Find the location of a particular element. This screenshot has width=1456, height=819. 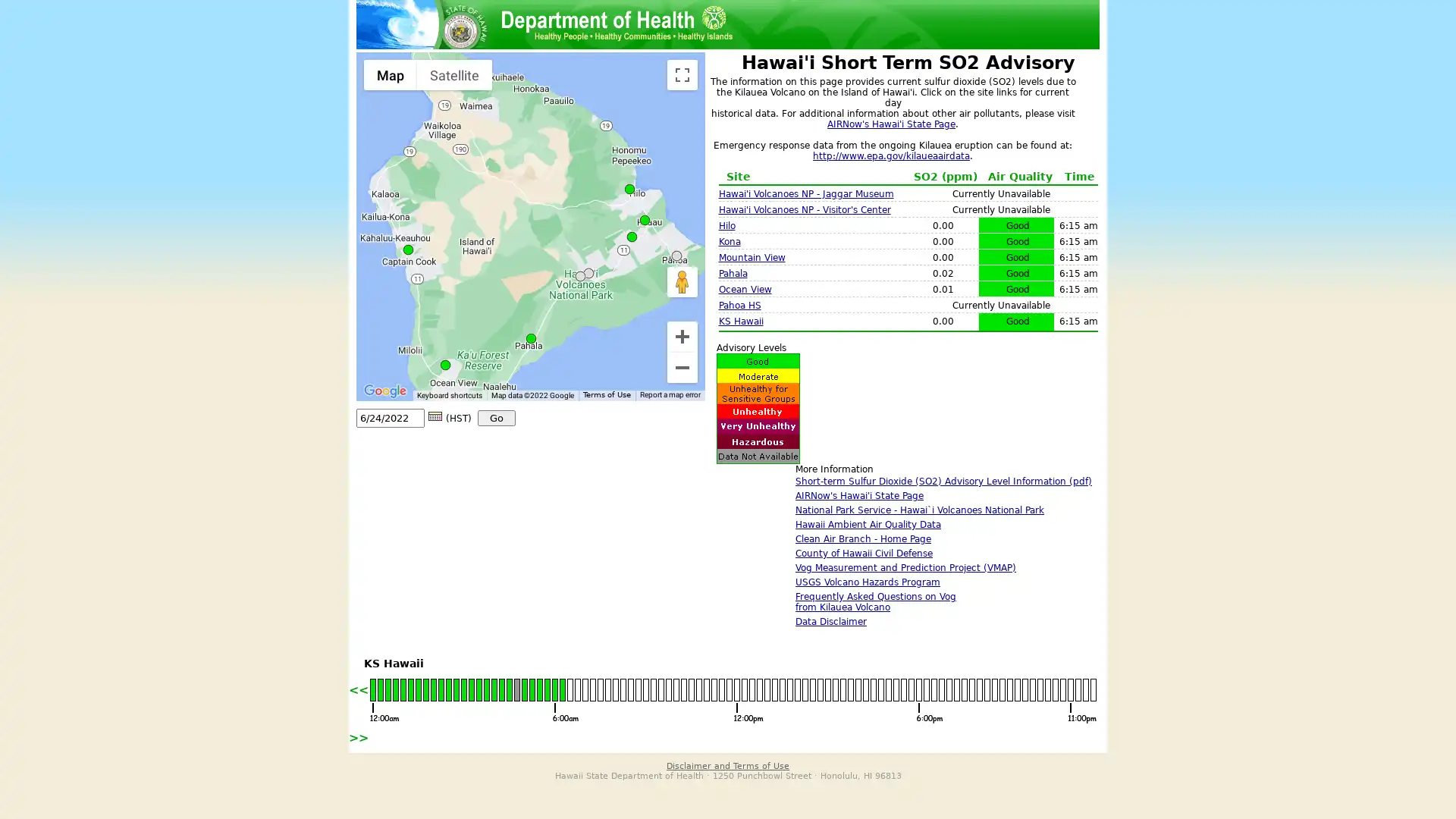

Zoom out is located at coordinates (682, 368).